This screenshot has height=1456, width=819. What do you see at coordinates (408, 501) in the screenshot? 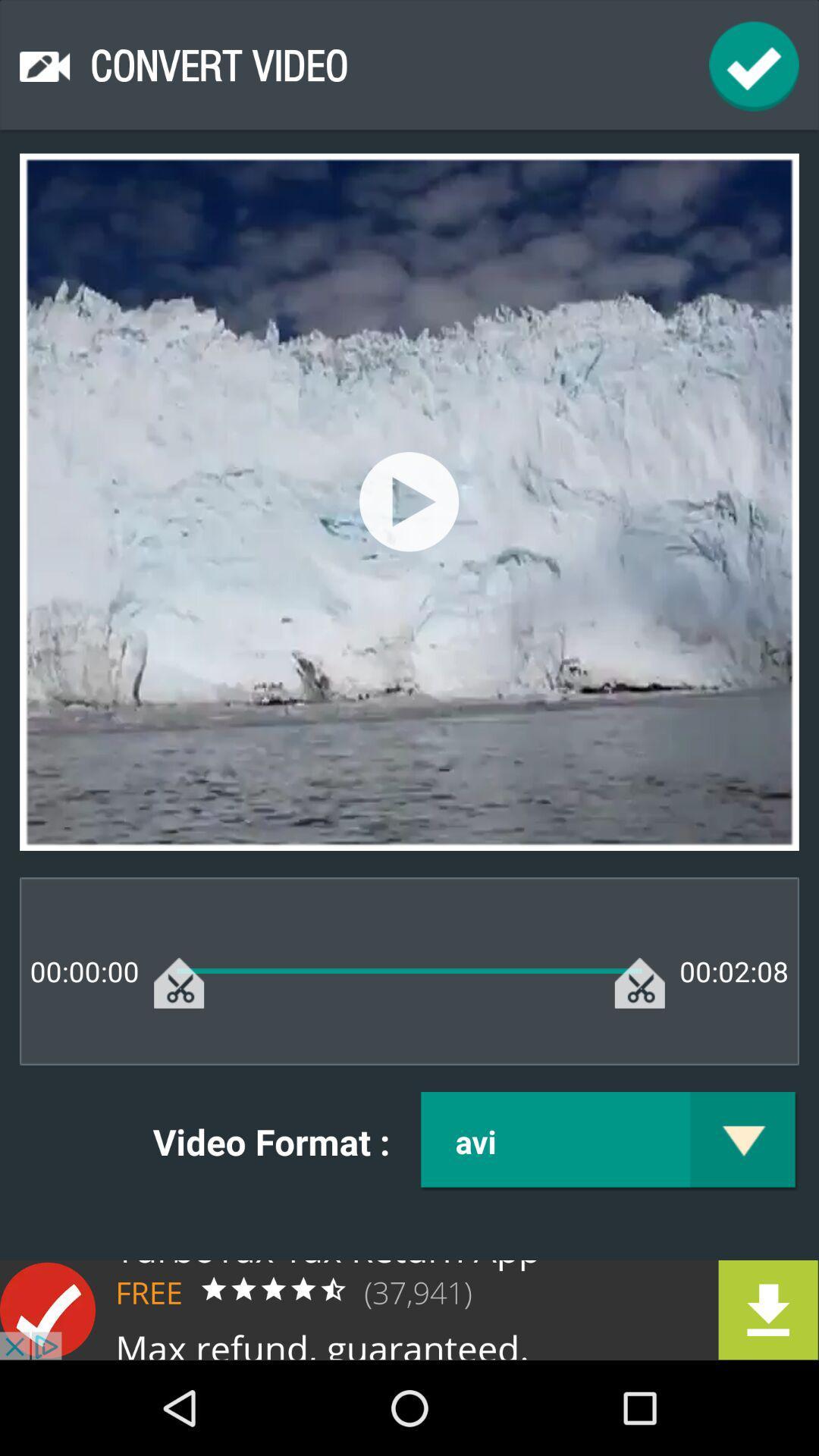
I see `a video` at bounding box center [408, 501].